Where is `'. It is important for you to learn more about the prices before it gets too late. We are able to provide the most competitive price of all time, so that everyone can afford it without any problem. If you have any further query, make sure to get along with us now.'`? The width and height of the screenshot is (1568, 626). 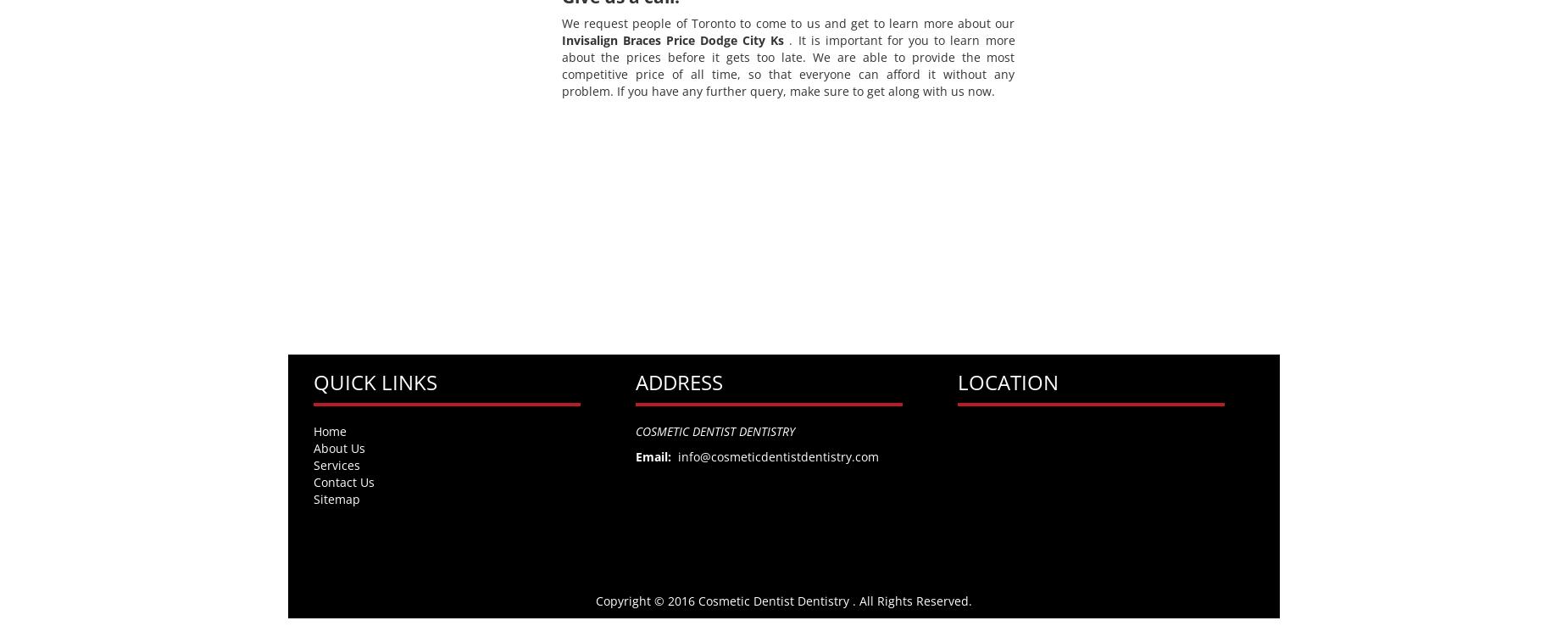 '. It is important for you to learn more about the prices before it gets too late. We are able to provide the most competitive price of all time, so that everyone can afford it without any problem. If you have any further query, make sure to get along with us now.' is located at coordinates (787, 64).